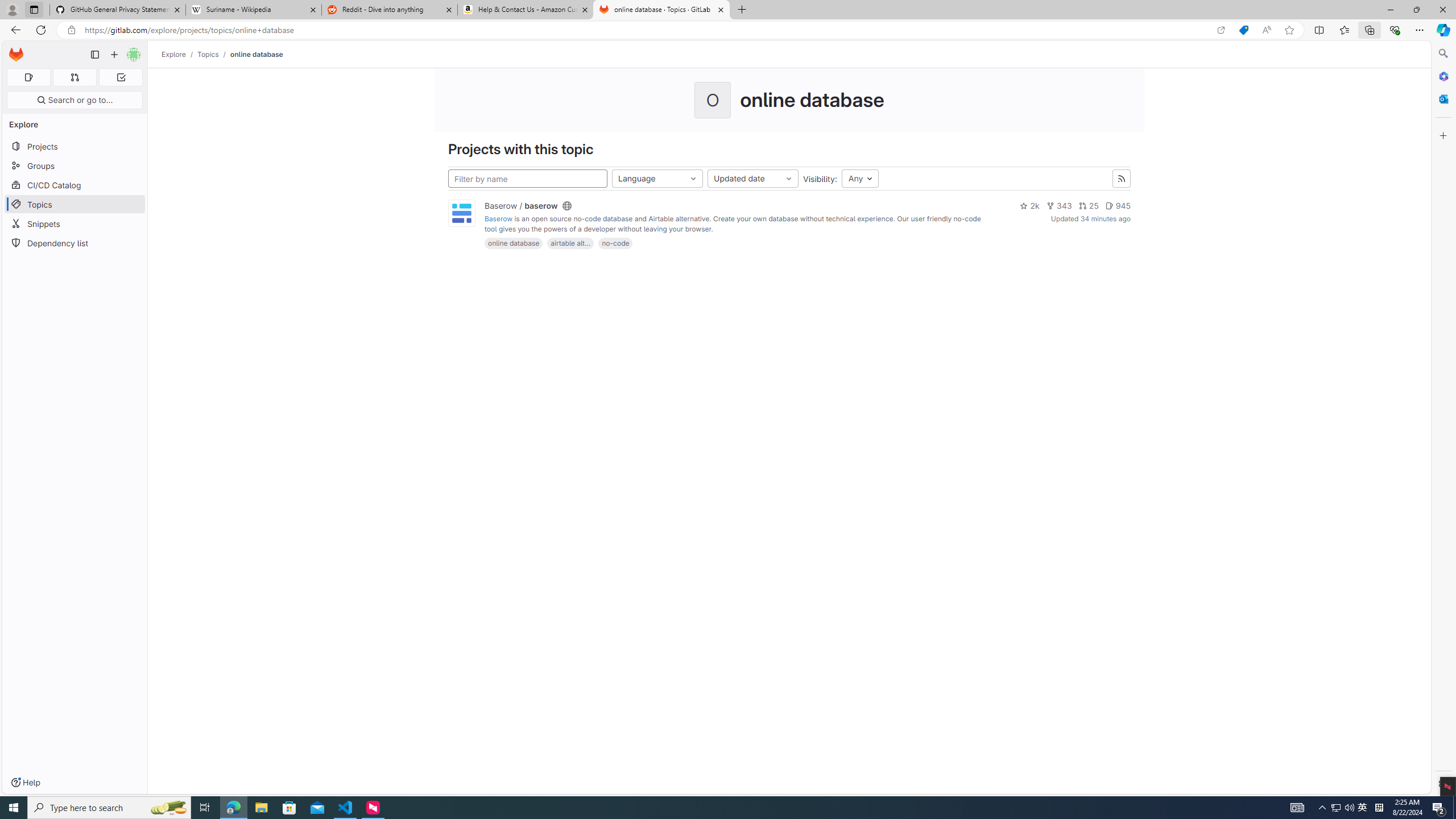 The image size is (1456, 819). What do you see at coordinates (1108, 205) in the screenshot?
I see `'Class: s14 gl-mr-2'` at bounding box center [1108, 205].